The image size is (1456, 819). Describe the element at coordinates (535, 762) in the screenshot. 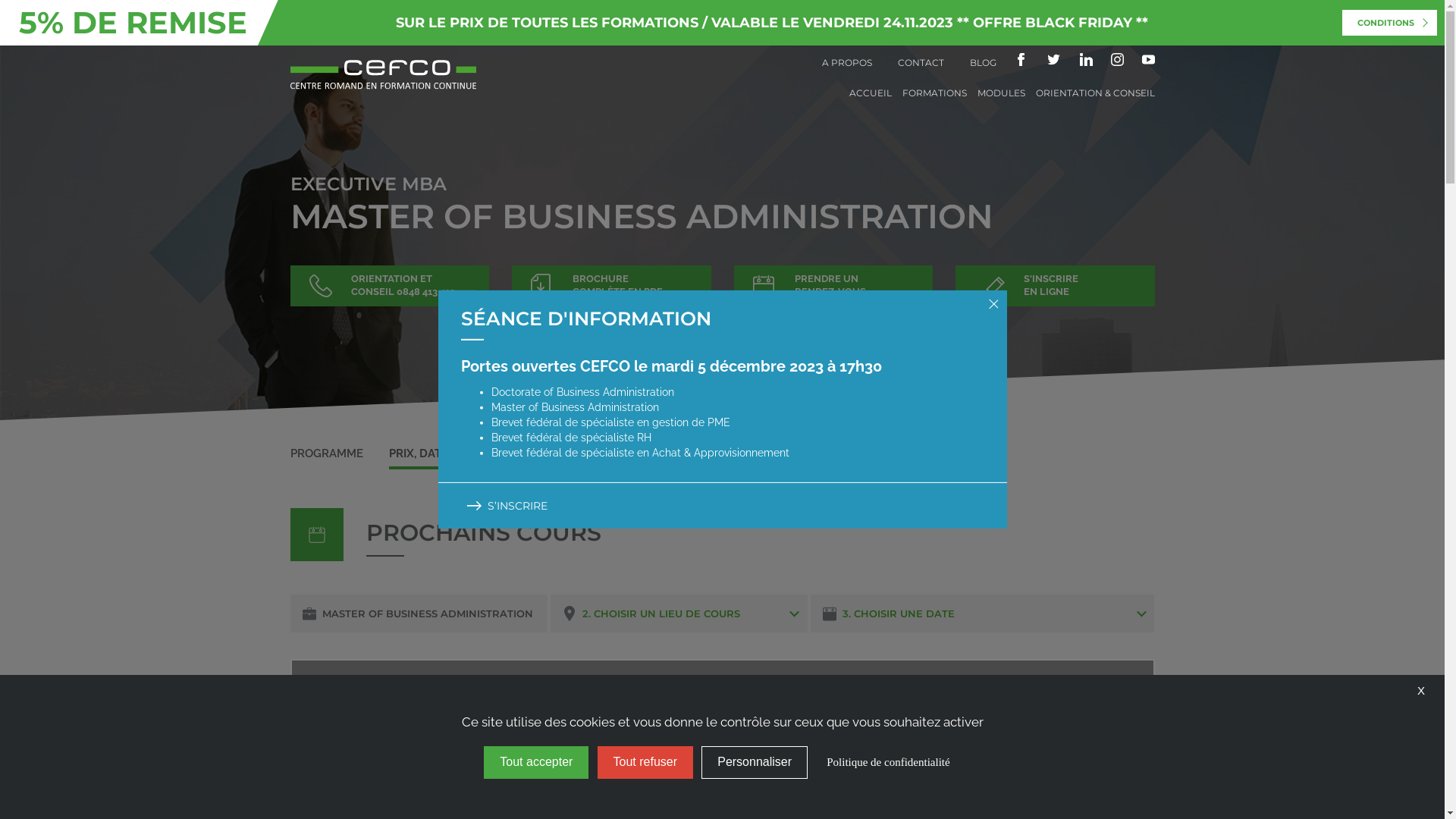

I see `'Tout accepter'` at that location.